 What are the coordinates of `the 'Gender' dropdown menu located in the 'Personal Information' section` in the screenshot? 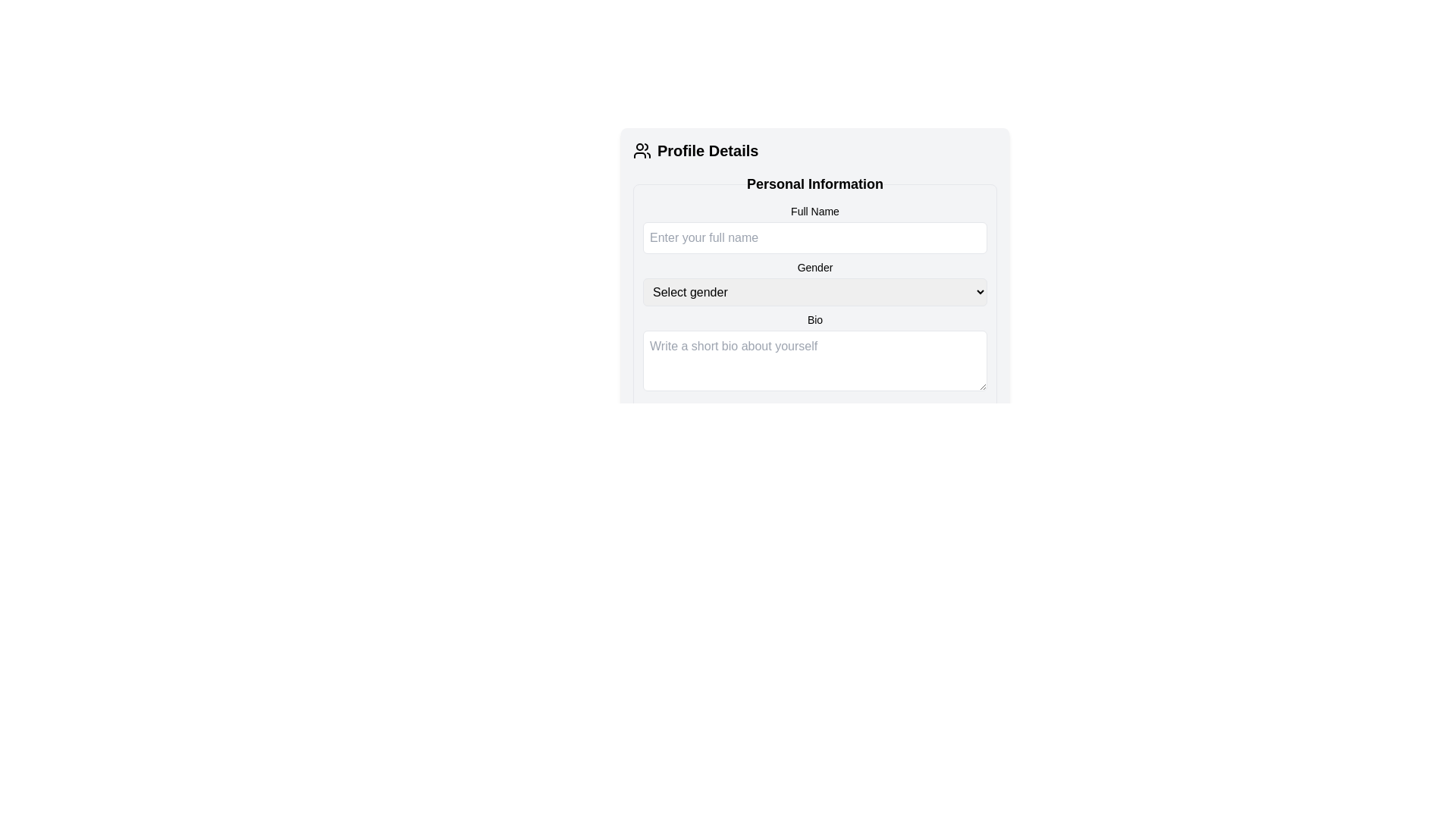 It's located at (814, 283).